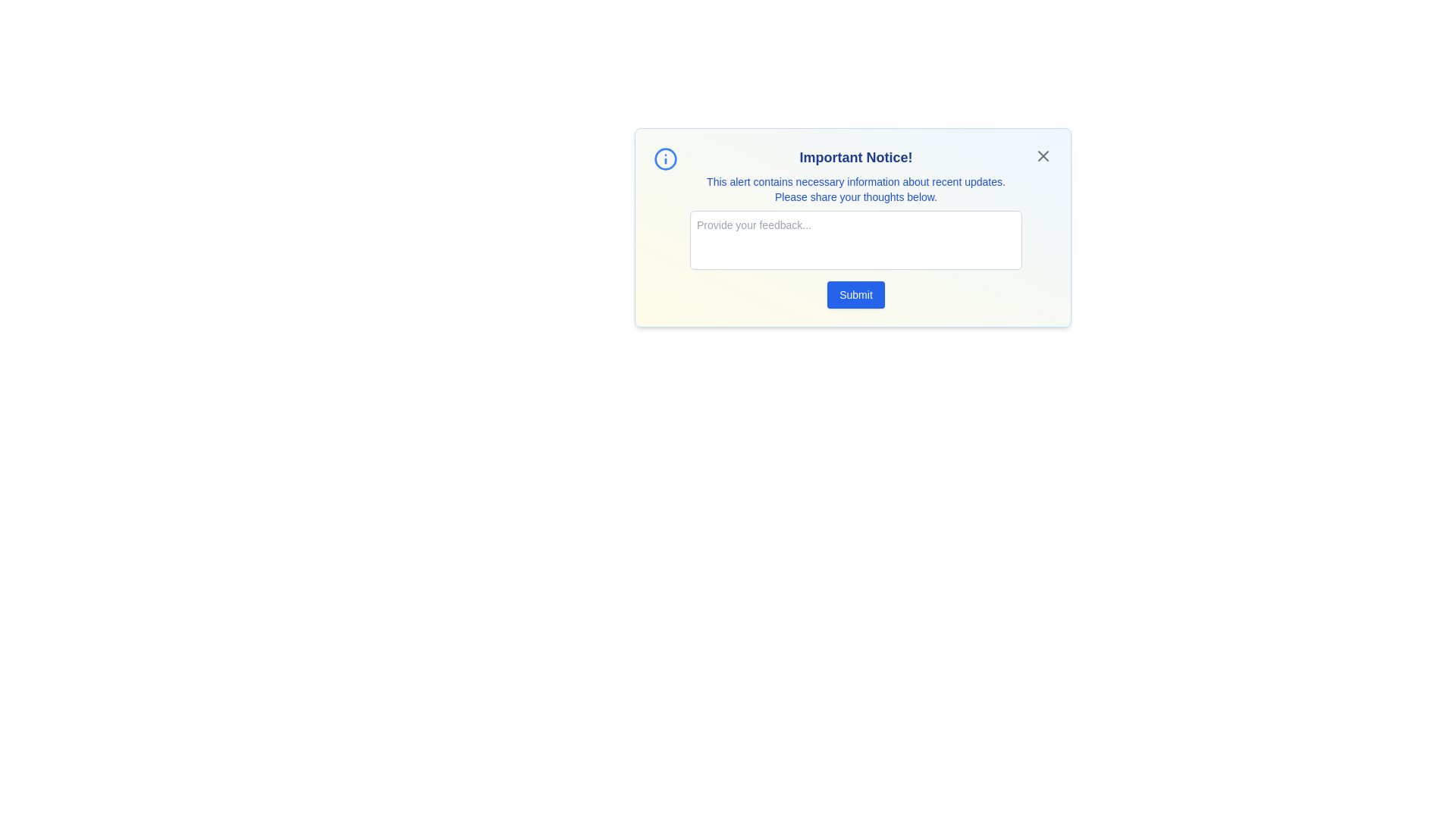 This screenshot has width=1456, height=819. What do you see at coordinates (855, 158) in the screenshot?
I see `the 'Important Notice!' text element which is prominently styled in bold blue font at the top-center of the dialog box` at bounding box center [855, 158].